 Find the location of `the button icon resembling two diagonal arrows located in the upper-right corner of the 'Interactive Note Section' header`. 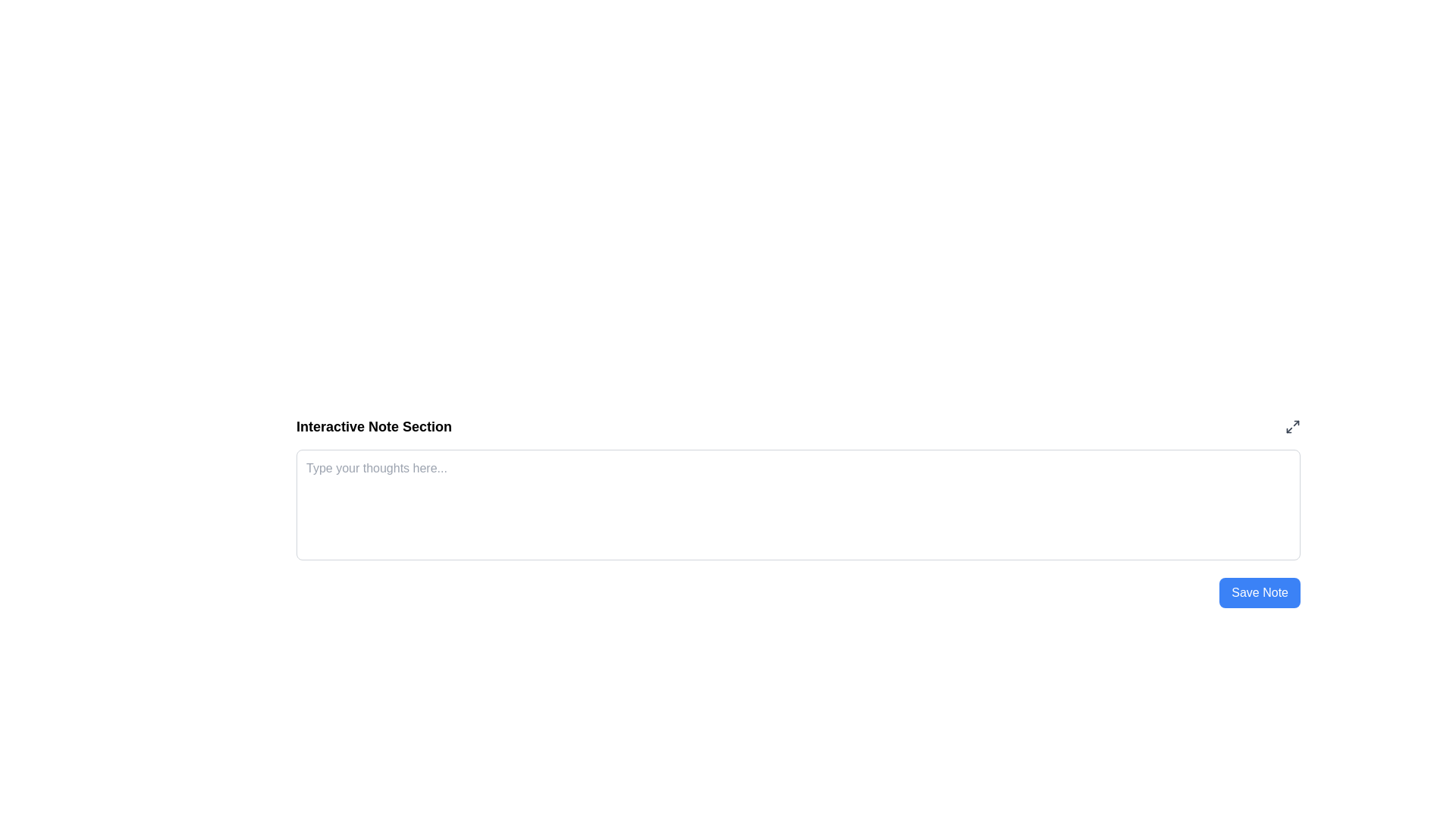

the button icon resembling two diagonal arrows located in the upper-right corner of the 'Interactive Note Section' header is located at coordinates (1291, 427).